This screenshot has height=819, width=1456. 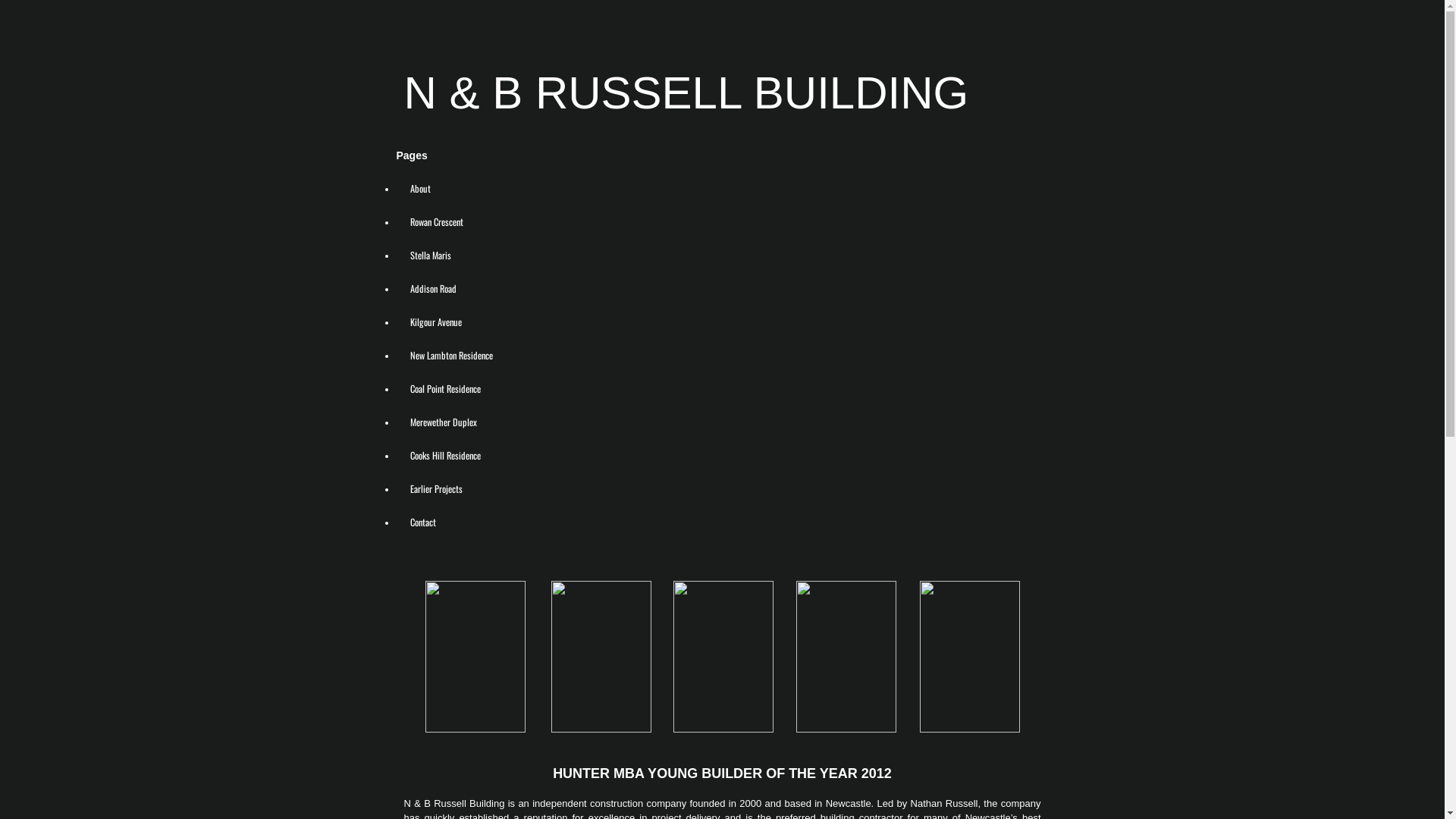 I want to click on 'Earlier Projects', so click(x=396, y=488).